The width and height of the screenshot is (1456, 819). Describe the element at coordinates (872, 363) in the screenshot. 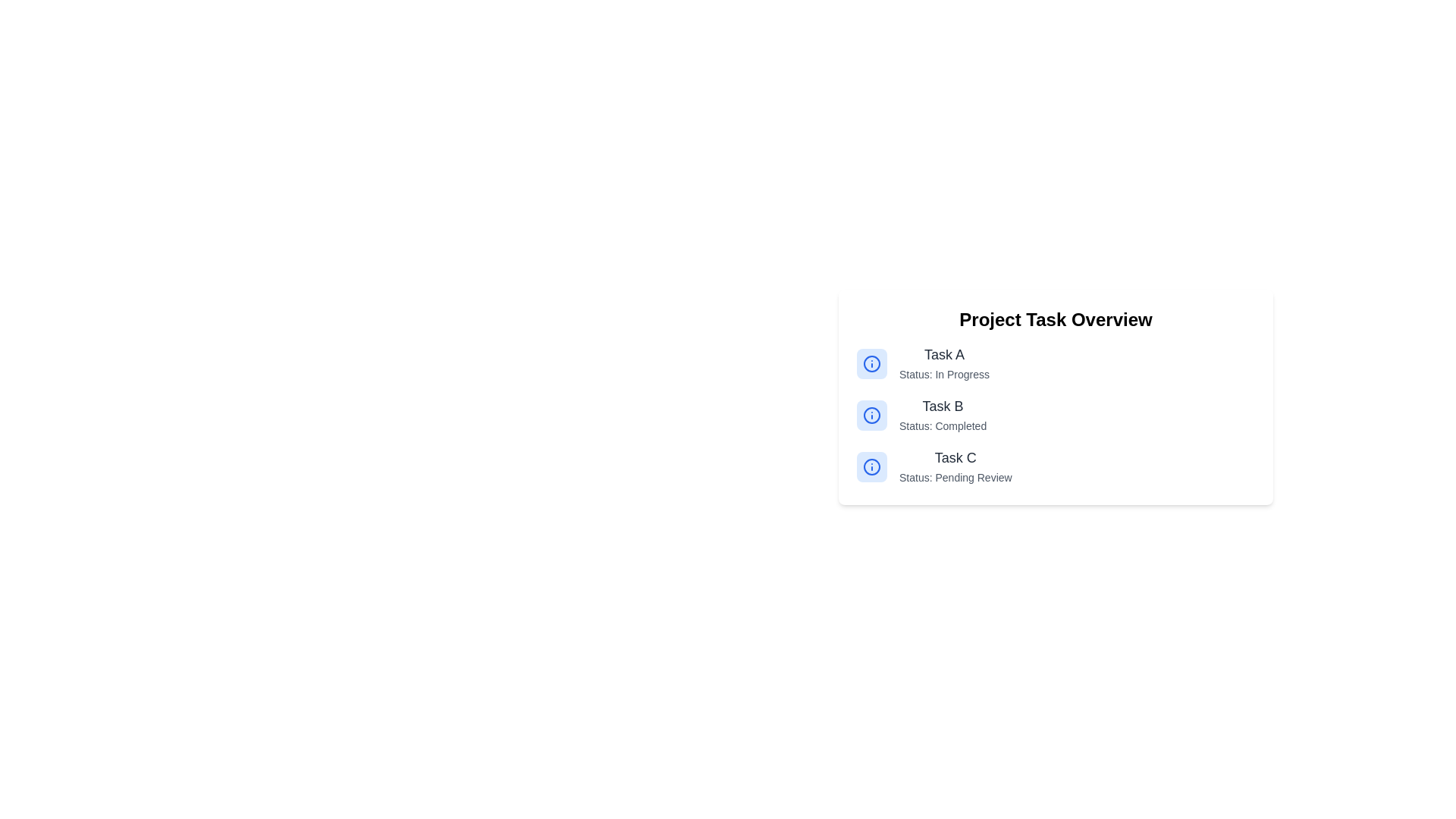

I see `the information indicator icon for 'Task A' located at the top of the vertical sequence in the 'Project Task Overview' card` at that location.